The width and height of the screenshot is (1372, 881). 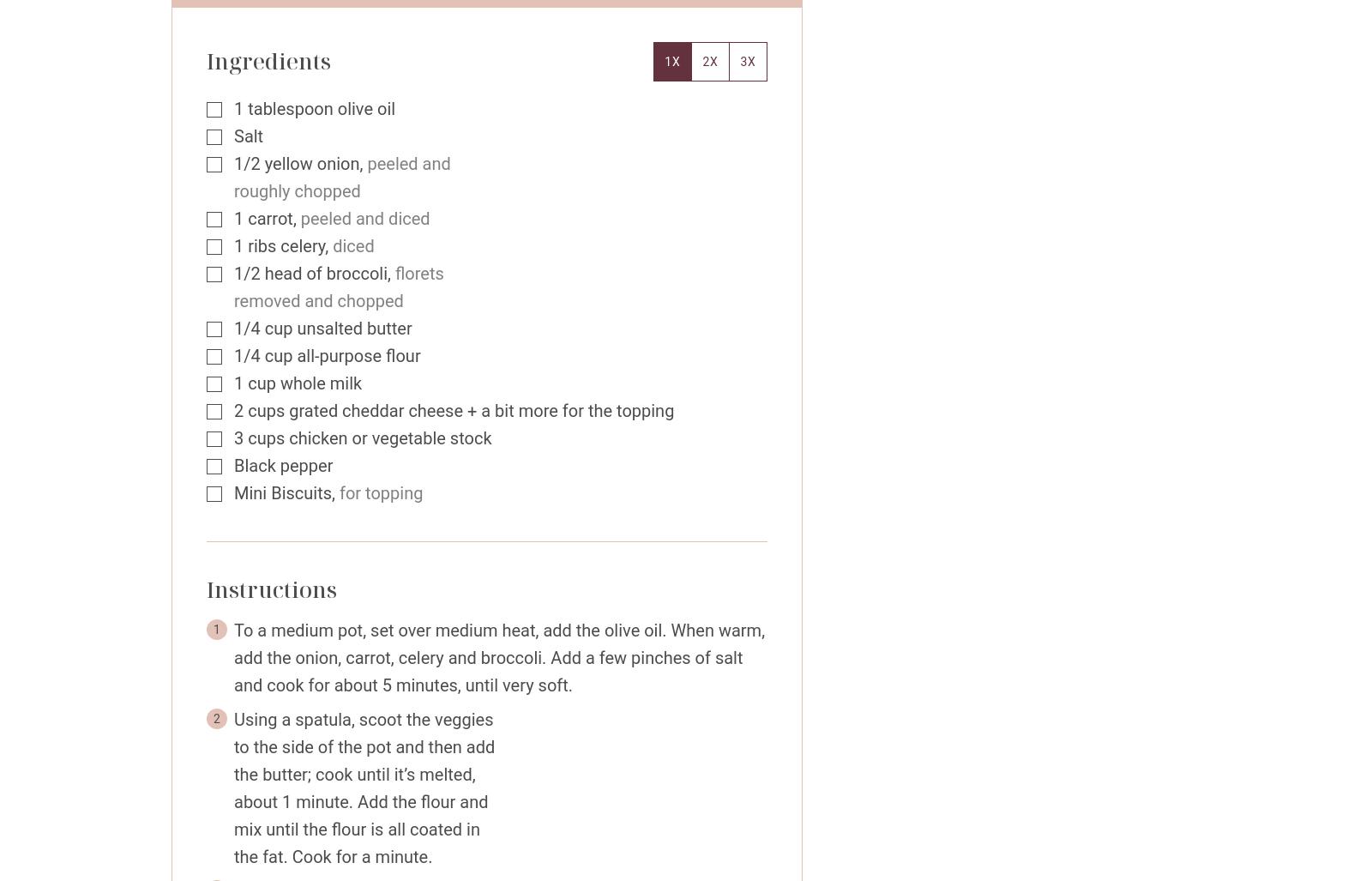 What do you see at coordinates (311, 161) in the screenshot?
I see `'yellow onion'` at bounding box center [311, 161].